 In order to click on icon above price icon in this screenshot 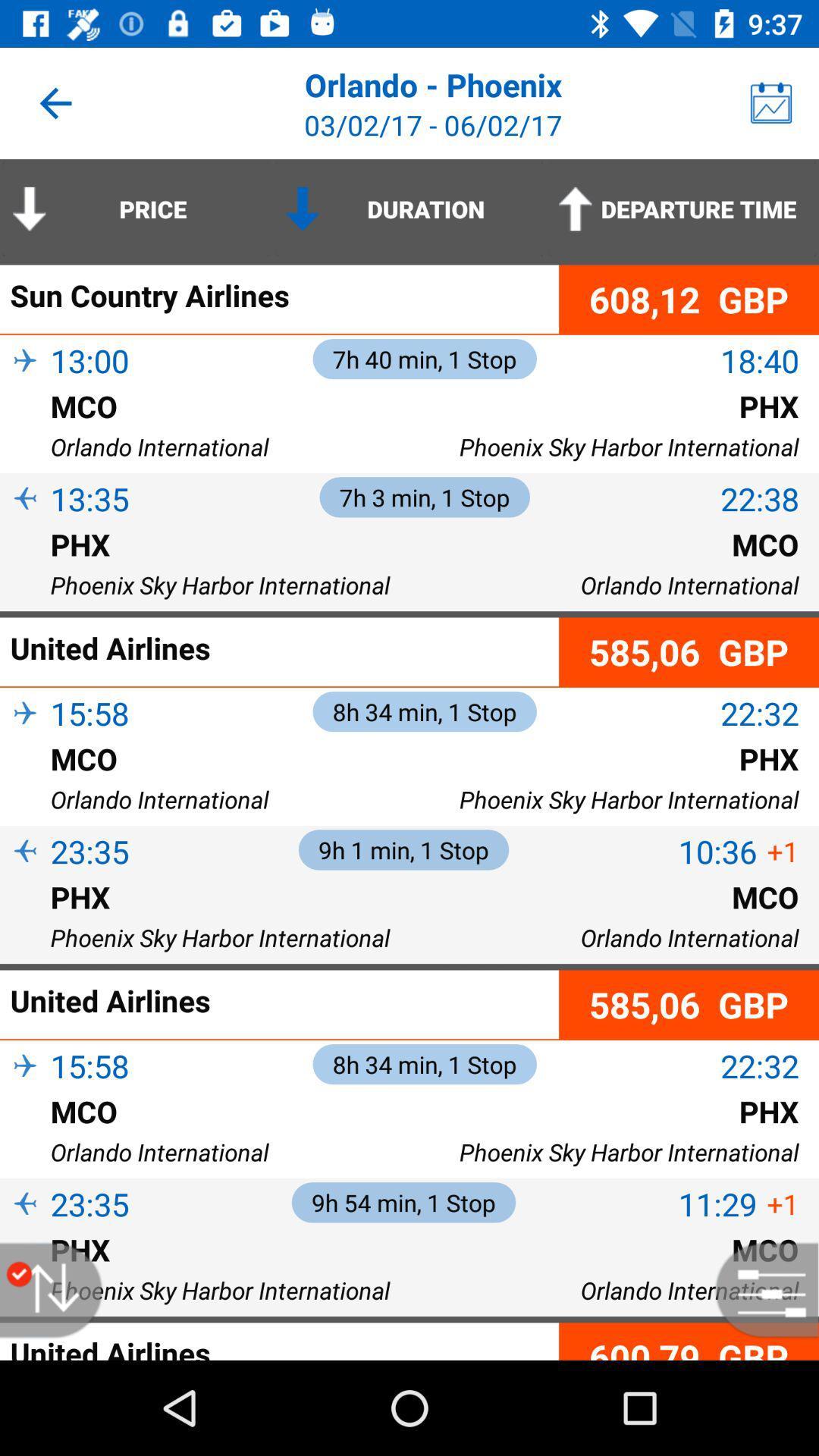, I will do `click(55, 102)`.